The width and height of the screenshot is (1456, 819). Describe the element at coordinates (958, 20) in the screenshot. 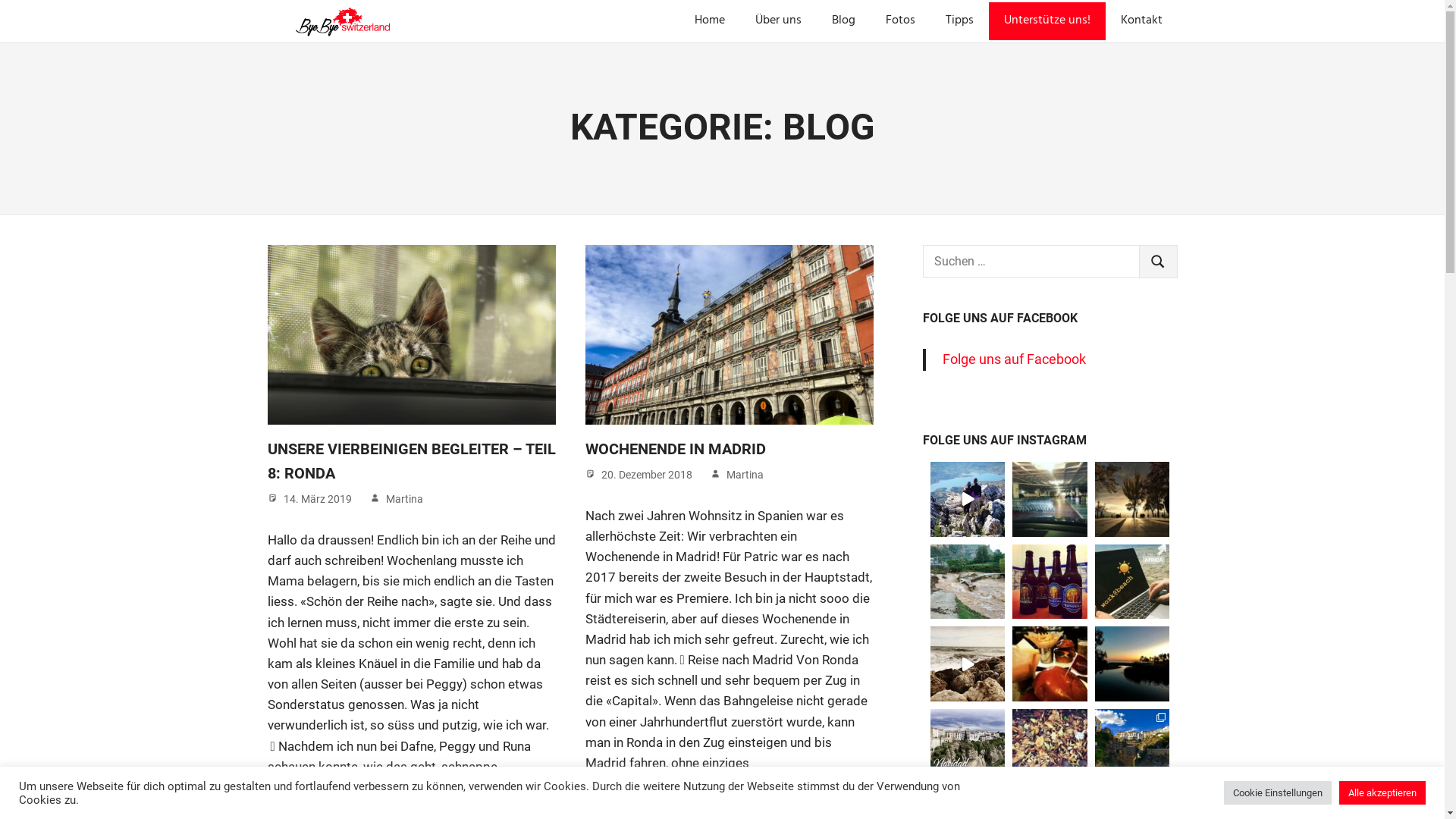

I see `'Tipps'` at that location.